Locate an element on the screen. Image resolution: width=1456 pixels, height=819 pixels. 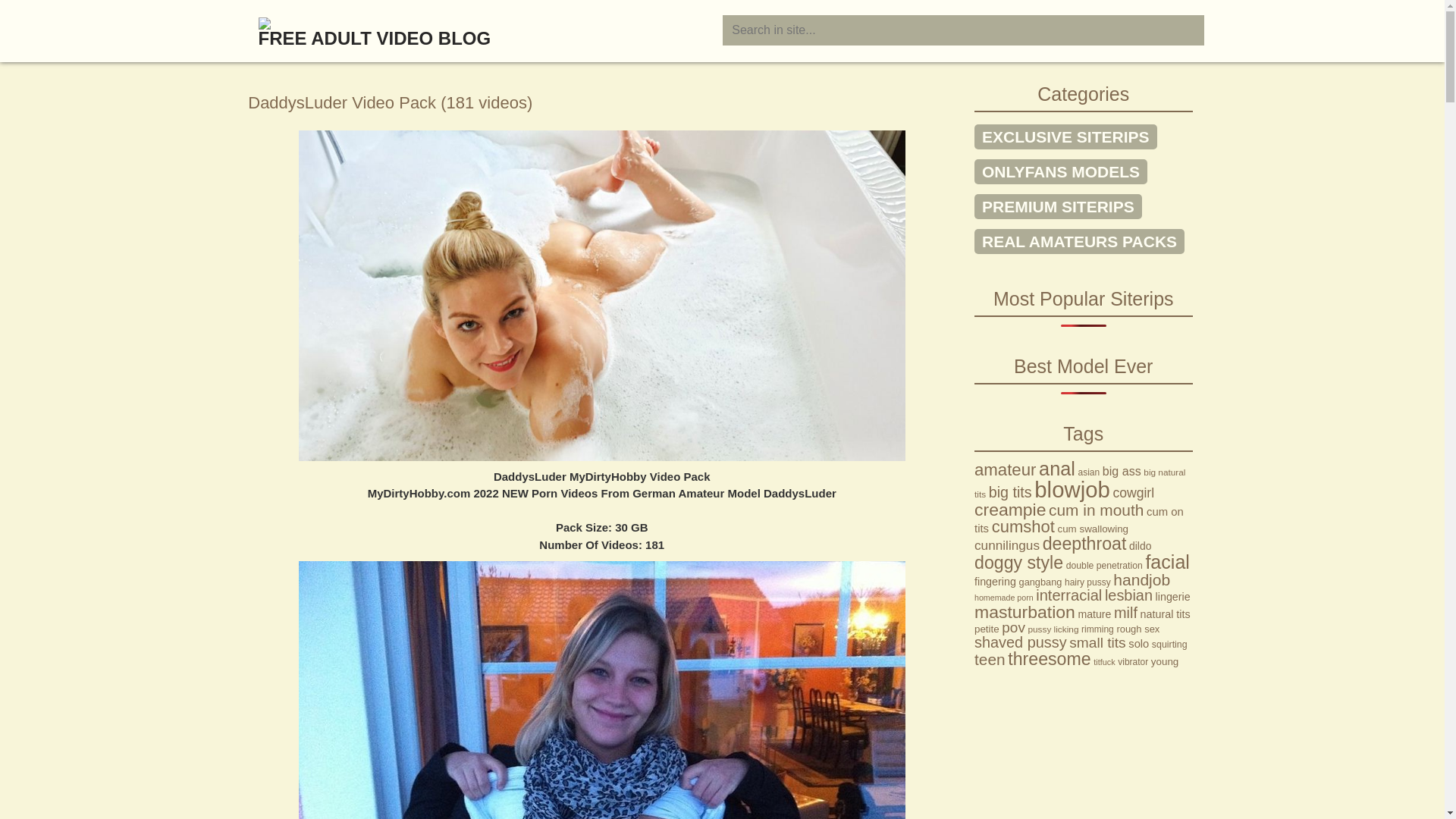
'solo' is located at coordinates (1138, 643).